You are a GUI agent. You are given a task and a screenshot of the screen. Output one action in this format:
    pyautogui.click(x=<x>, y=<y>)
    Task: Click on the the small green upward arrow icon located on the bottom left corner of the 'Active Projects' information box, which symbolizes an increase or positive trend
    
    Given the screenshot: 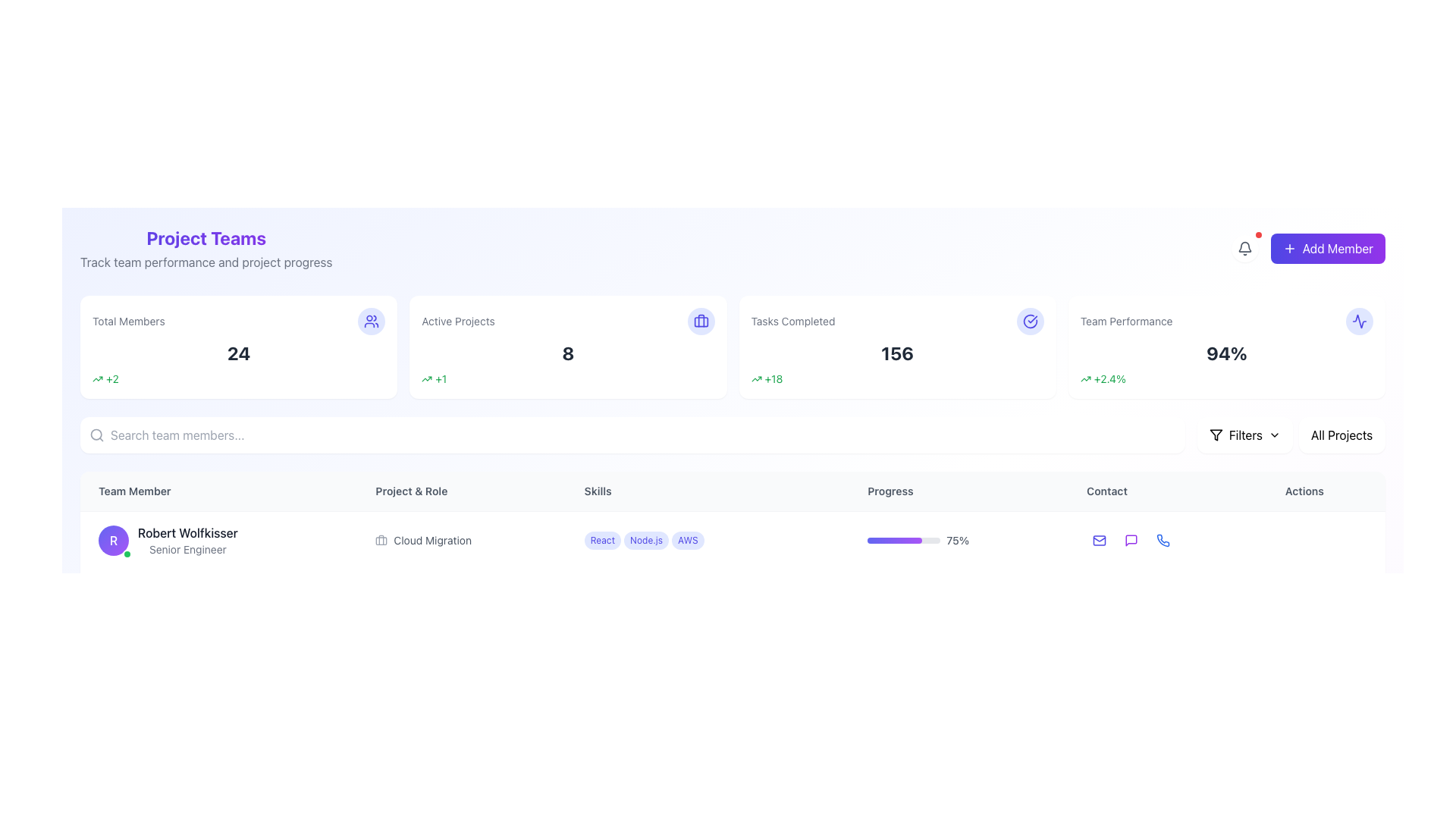 What is the action you would take?
    pyautogui.click(x=426, y=378)
    